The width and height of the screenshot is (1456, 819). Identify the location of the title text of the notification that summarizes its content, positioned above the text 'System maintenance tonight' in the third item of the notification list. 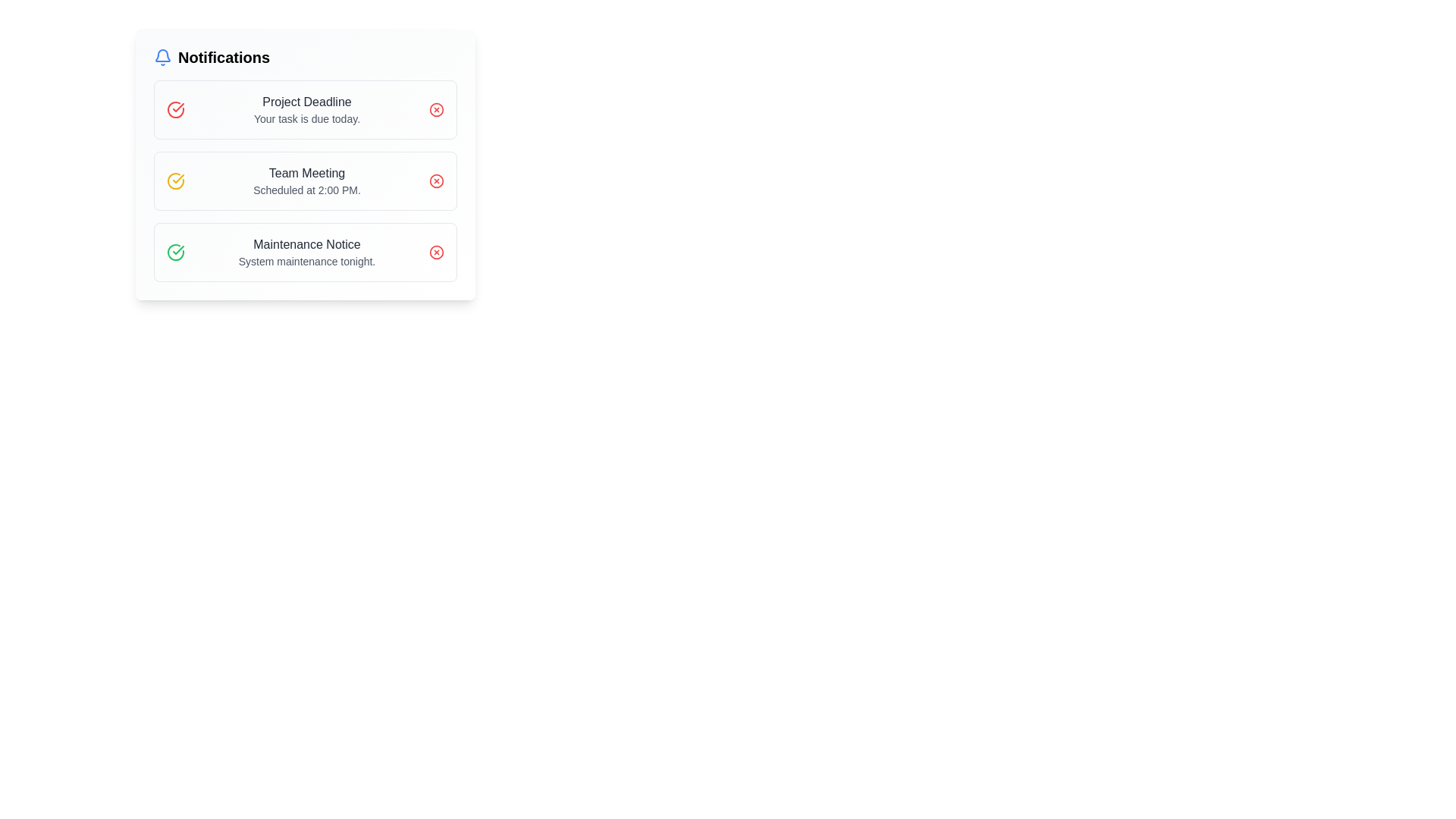
(306, 244).